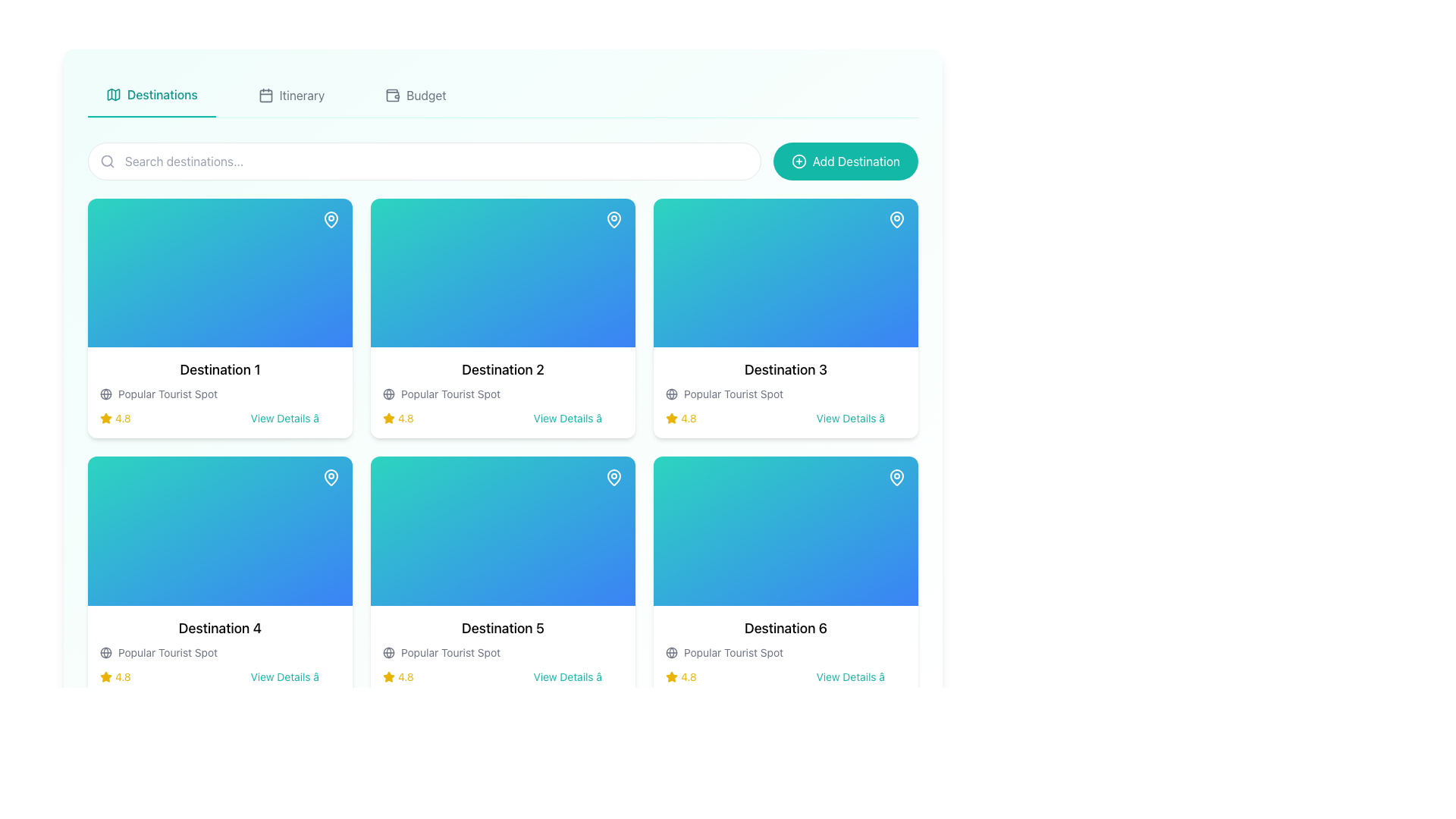 The width and height of the screenshot is (1456, 819). I want to click on the 'View Details â†’' link styled in teal color located at the bottom right corner of the card for 'Destination 5', so click(577, 676).